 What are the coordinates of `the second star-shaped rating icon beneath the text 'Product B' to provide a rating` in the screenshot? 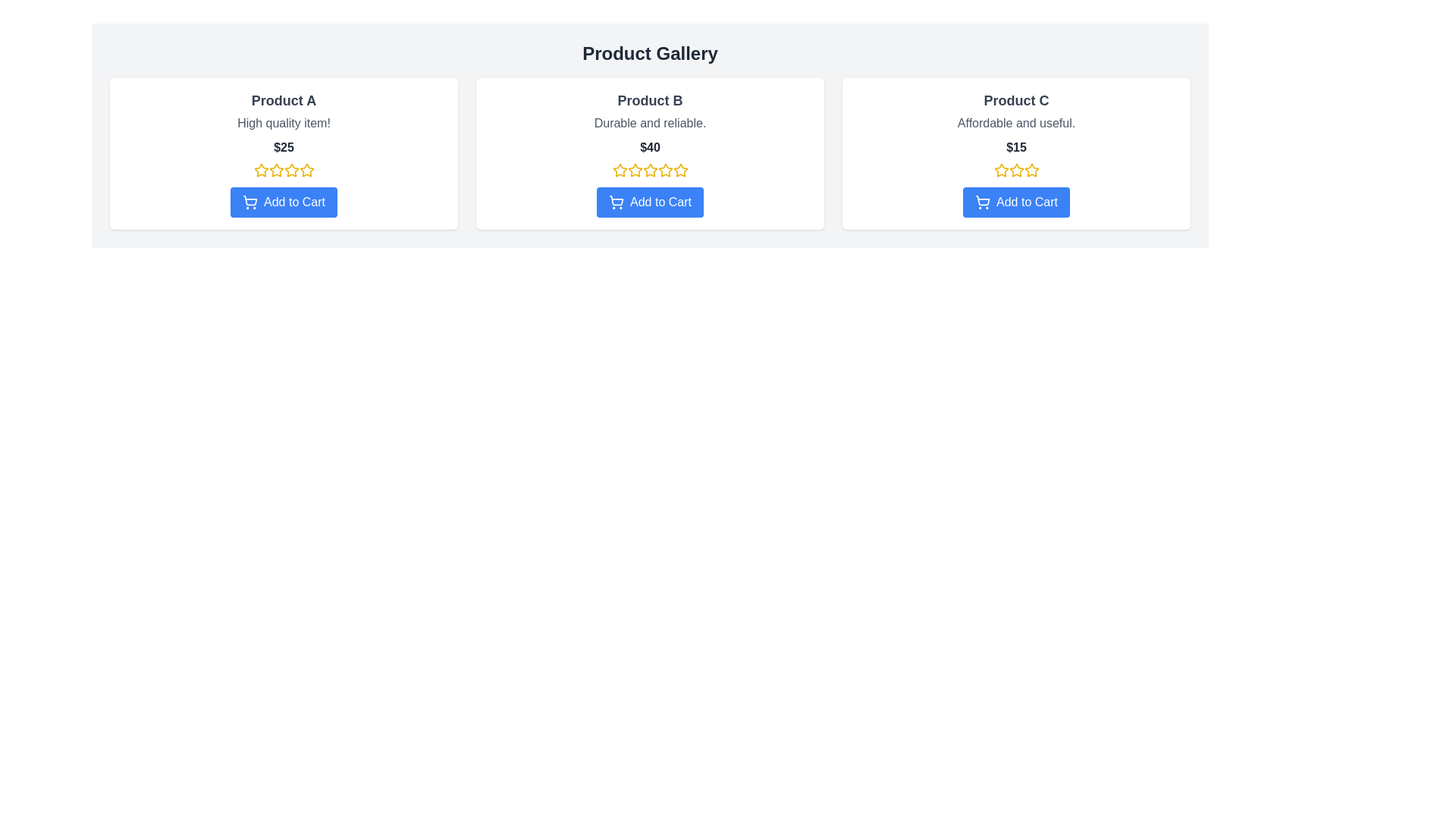 It's located at (635, 170).